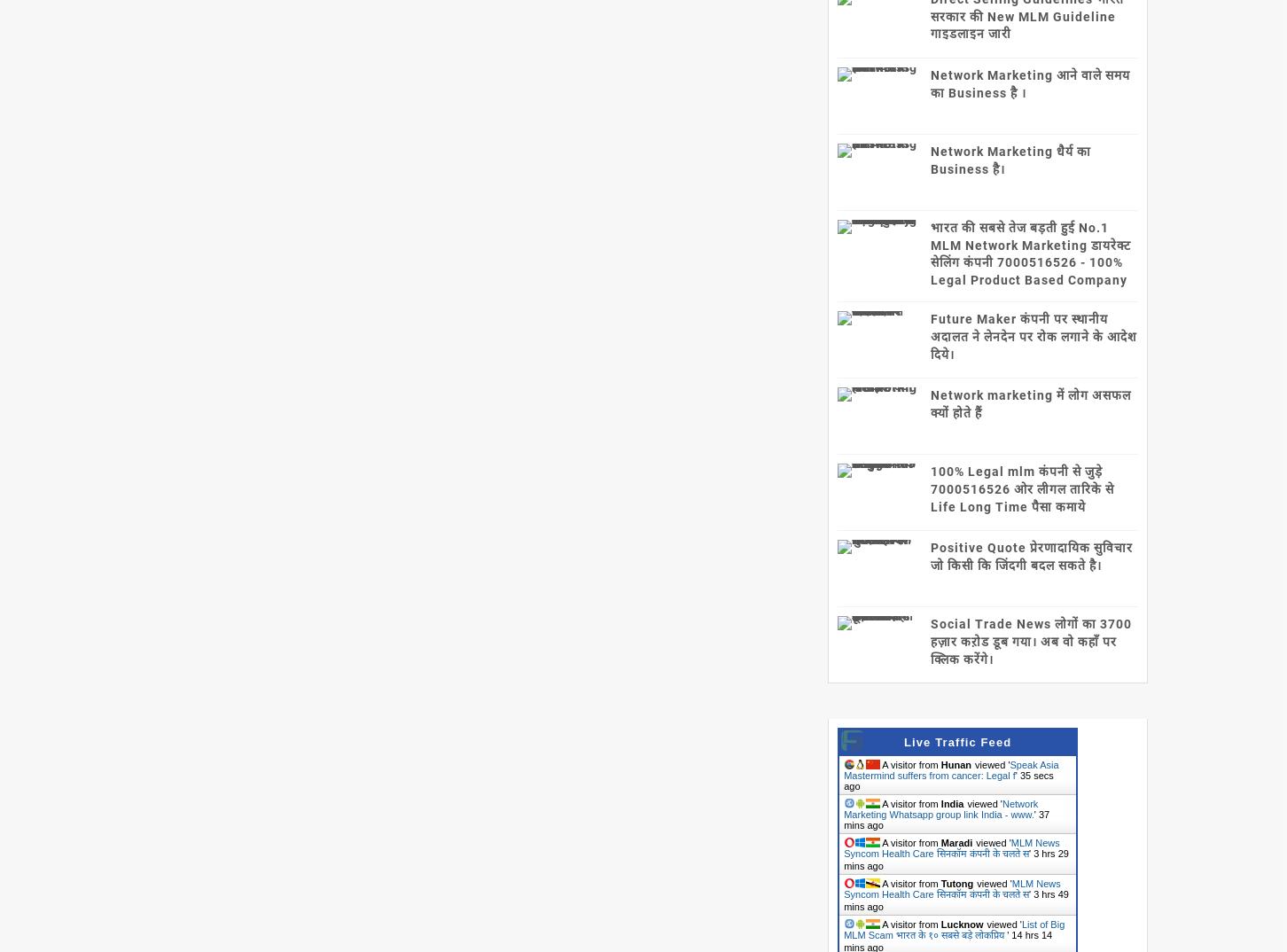  What do you see at coordinates (1022, 488) in the screenshot?
I see `'100% Legal mlm कंपनी से जुड़े 7000516526  ओर लीगल तारिके से Life Long Time पैसा कमाये'` at bounding box center [1022, 488].